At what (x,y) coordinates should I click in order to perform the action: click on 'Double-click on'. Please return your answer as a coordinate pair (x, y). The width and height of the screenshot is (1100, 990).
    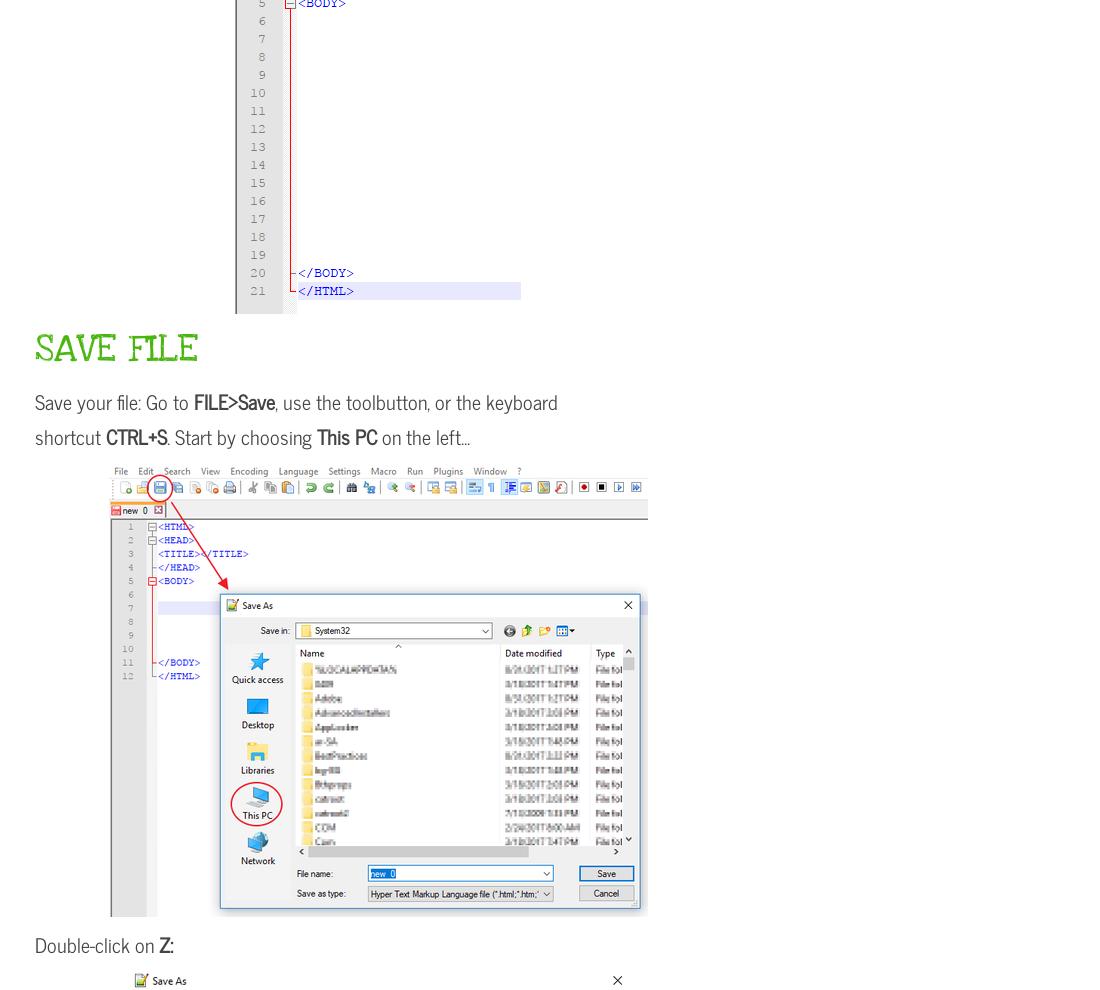
    Looking at the image, I should click on (97, 944).